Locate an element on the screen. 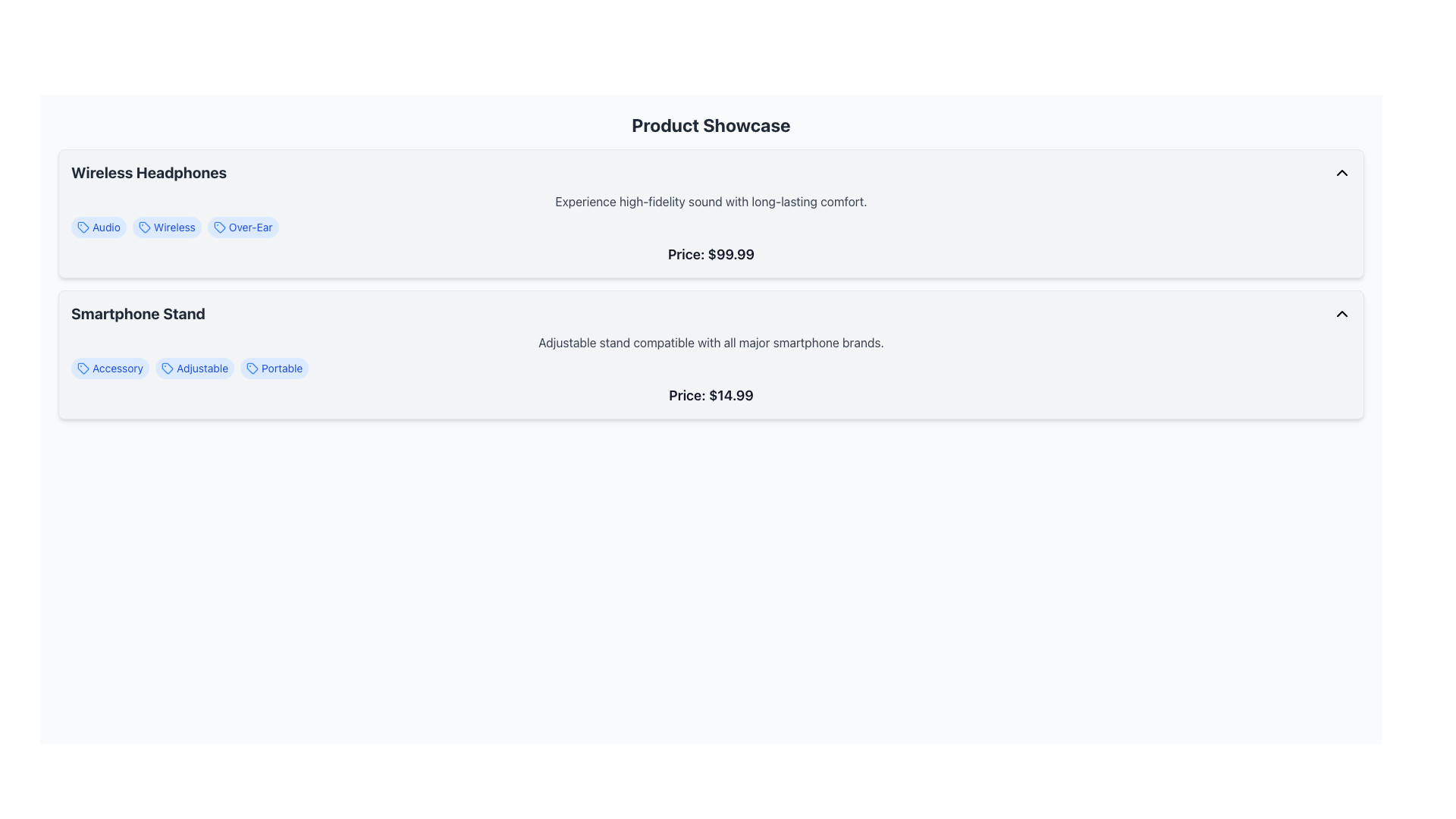 Image resolution: width=1456 pixels, height=819 pixels. the 'Accessory' visual icon representing the 'Smartphone Stand' product, which is the first tag below the title in the second section of the layout is located at coordinates (83, 369).